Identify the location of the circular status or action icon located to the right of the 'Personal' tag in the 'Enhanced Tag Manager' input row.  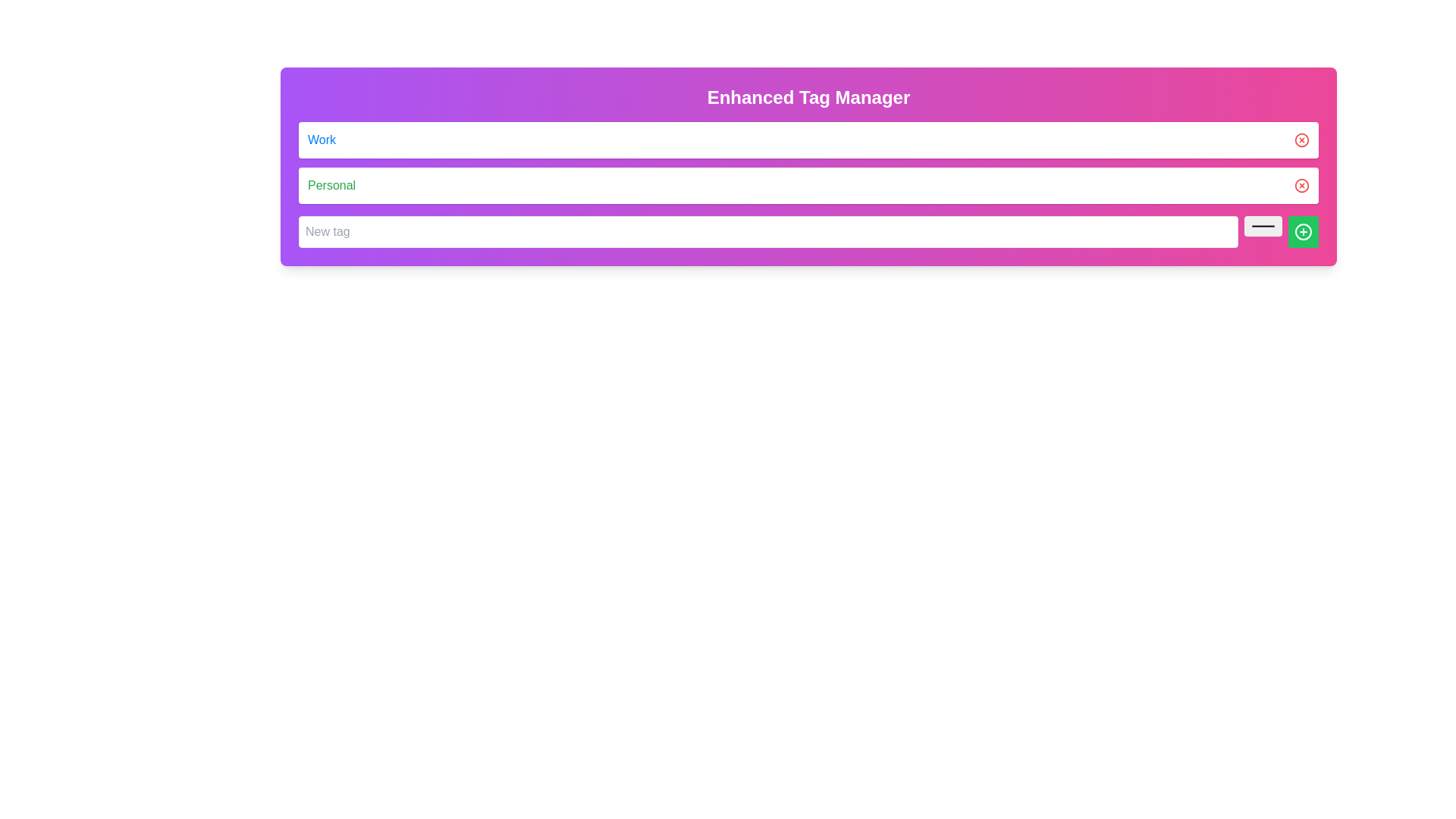
(1301, 185).